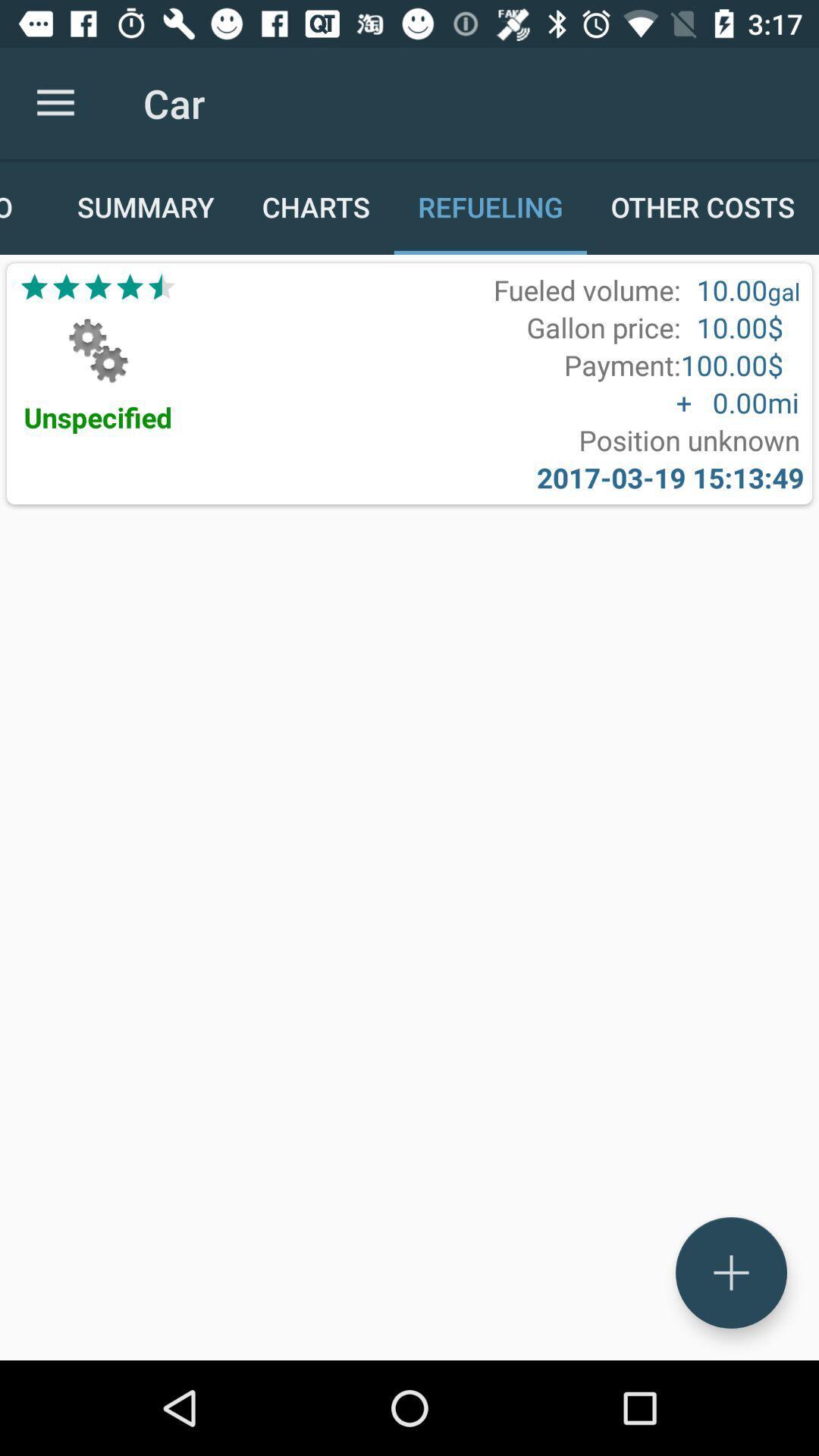  Describe the element at coordinates (603, 327) in the screenshot. I see `the item above the payment: item` at that location.